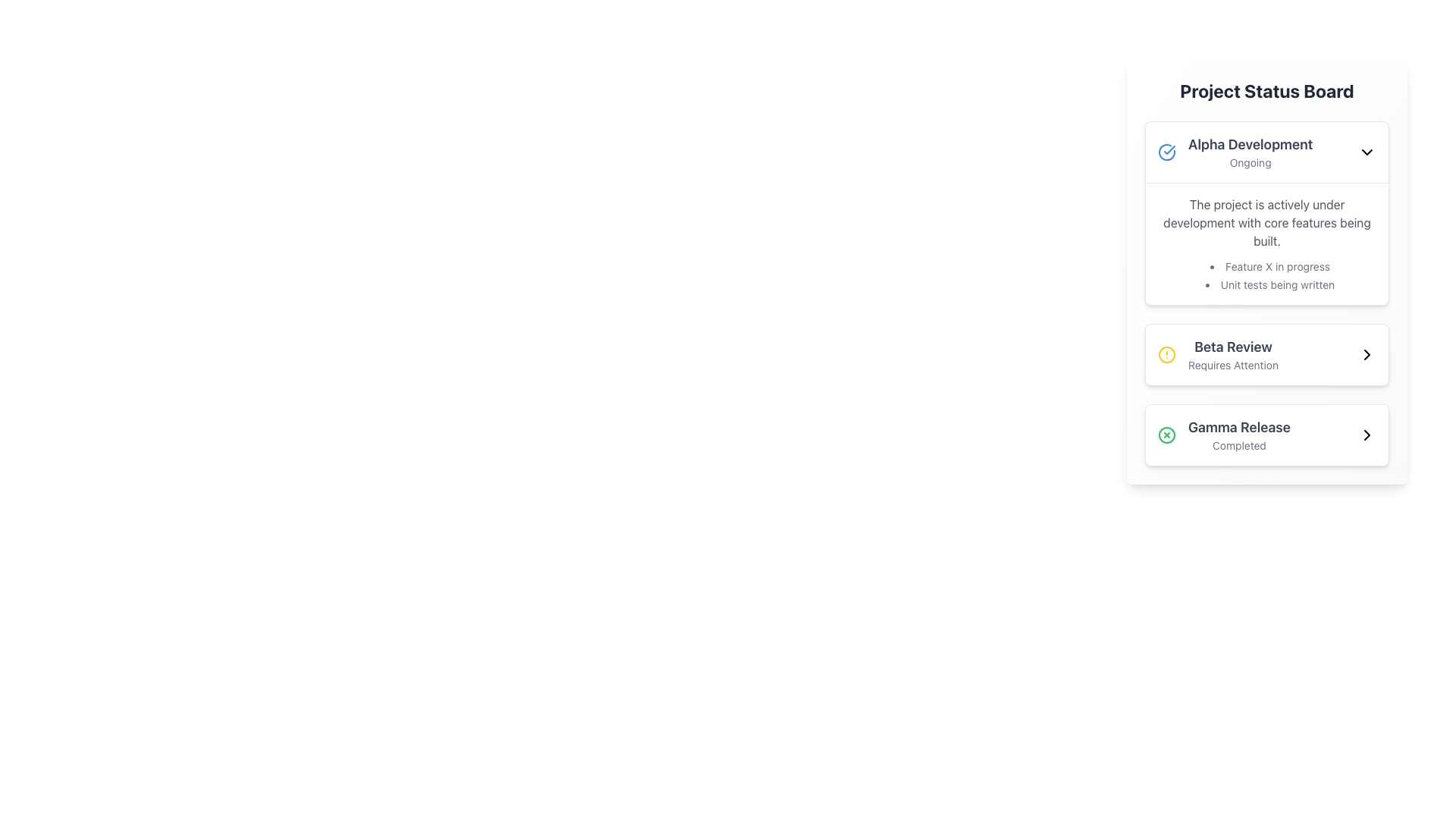  Describe the element at coordinates (1166, 435) in the screenshot. I see `the status indicator icon located to the left of the 'Gamma Release' title in the 'Gamma Release Completed' card` at that location.